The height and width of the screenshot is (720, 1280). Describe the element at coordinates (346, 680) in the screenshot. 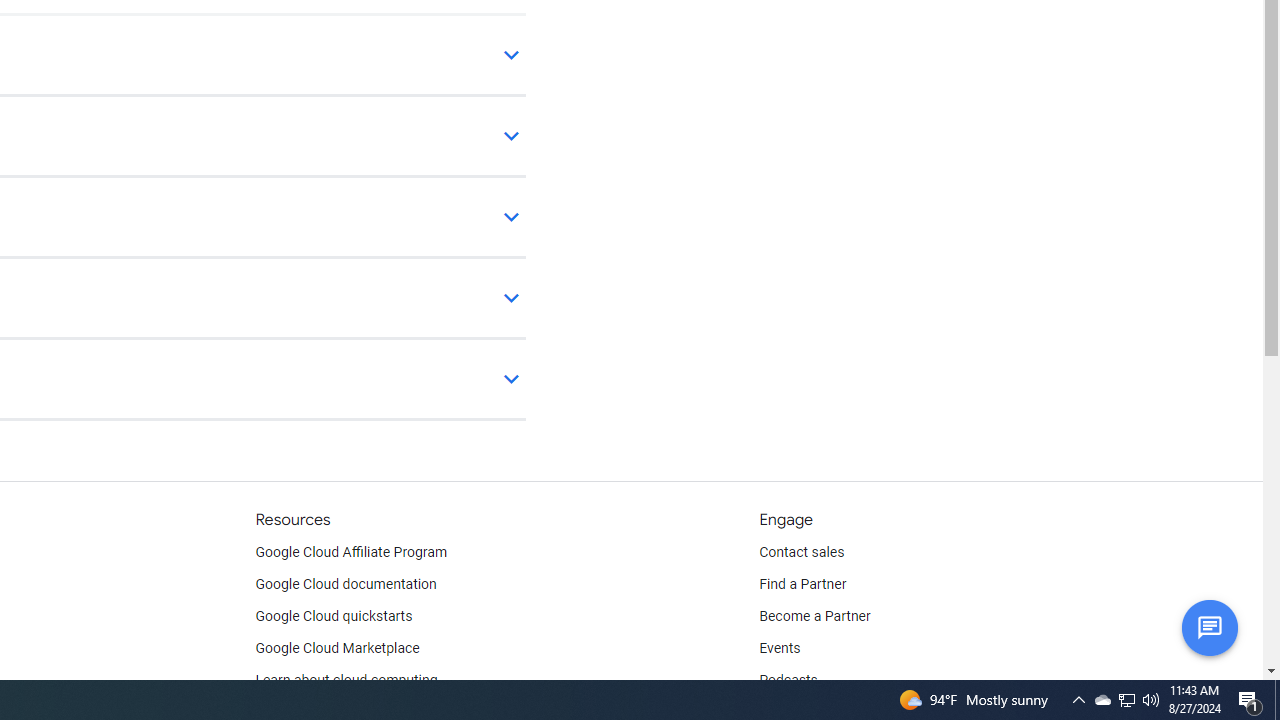

I see `'Learn about cloud computing'` at that location.